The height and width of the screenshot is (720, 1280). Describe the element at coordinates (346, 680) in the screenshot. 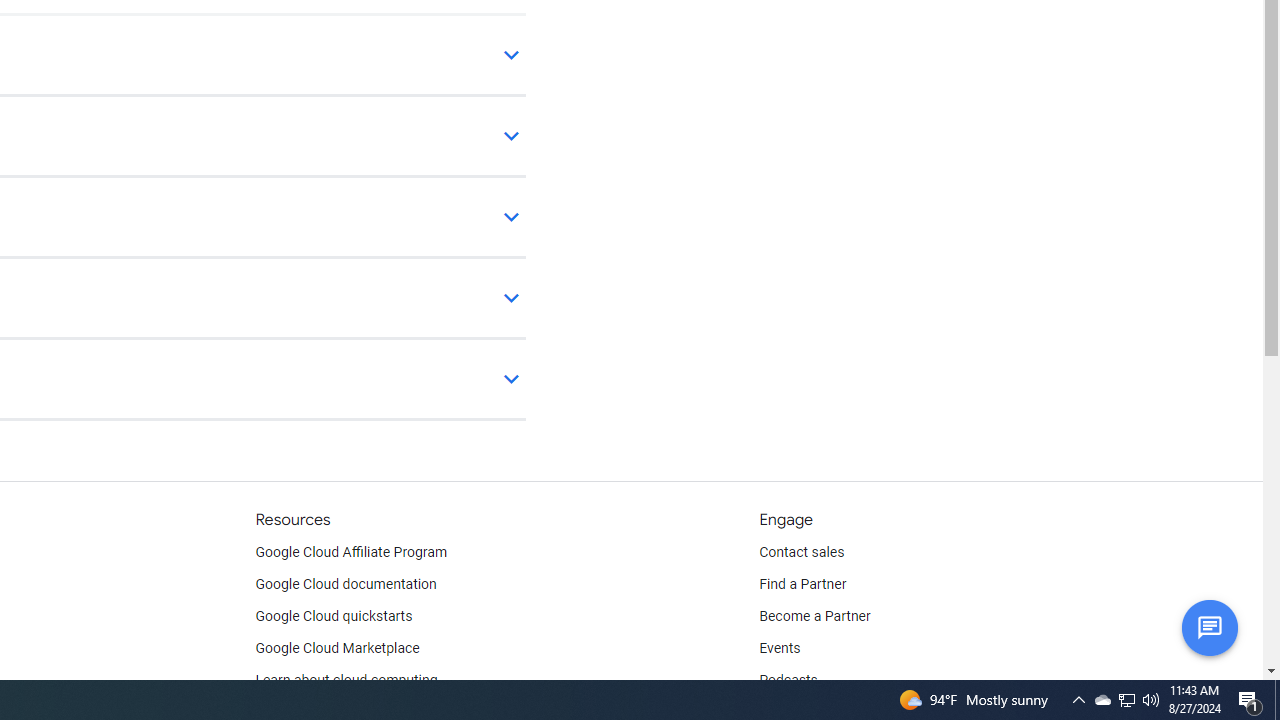

I see `'Learn about cloud computing'` at that location.